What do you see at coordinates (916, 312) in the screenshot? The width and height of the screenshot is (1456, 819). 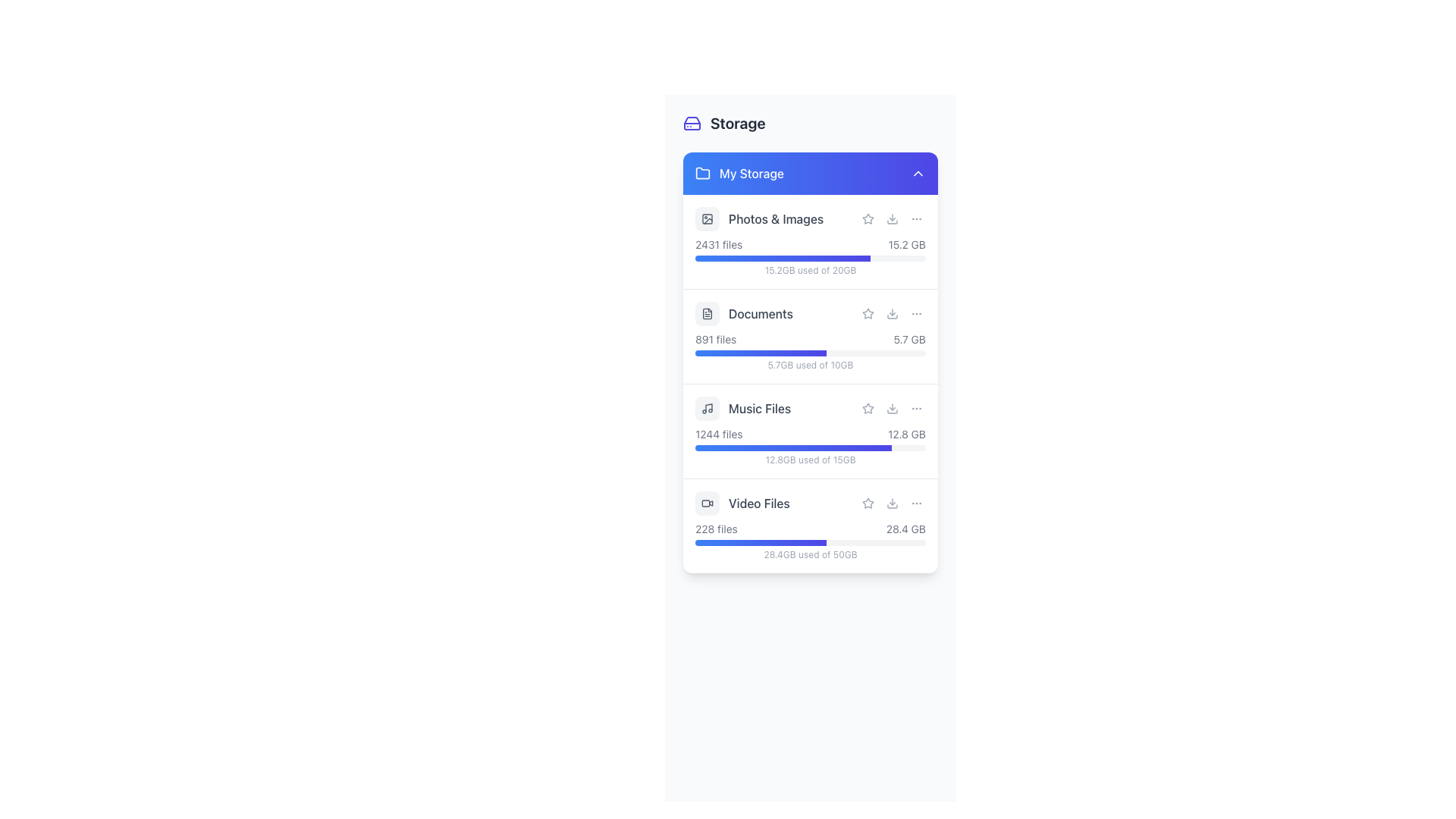 I see `the circular button with three vertically aligned dots located at the far right of the 'Documents' section in the storage interface` at bounding box center [916, 312].